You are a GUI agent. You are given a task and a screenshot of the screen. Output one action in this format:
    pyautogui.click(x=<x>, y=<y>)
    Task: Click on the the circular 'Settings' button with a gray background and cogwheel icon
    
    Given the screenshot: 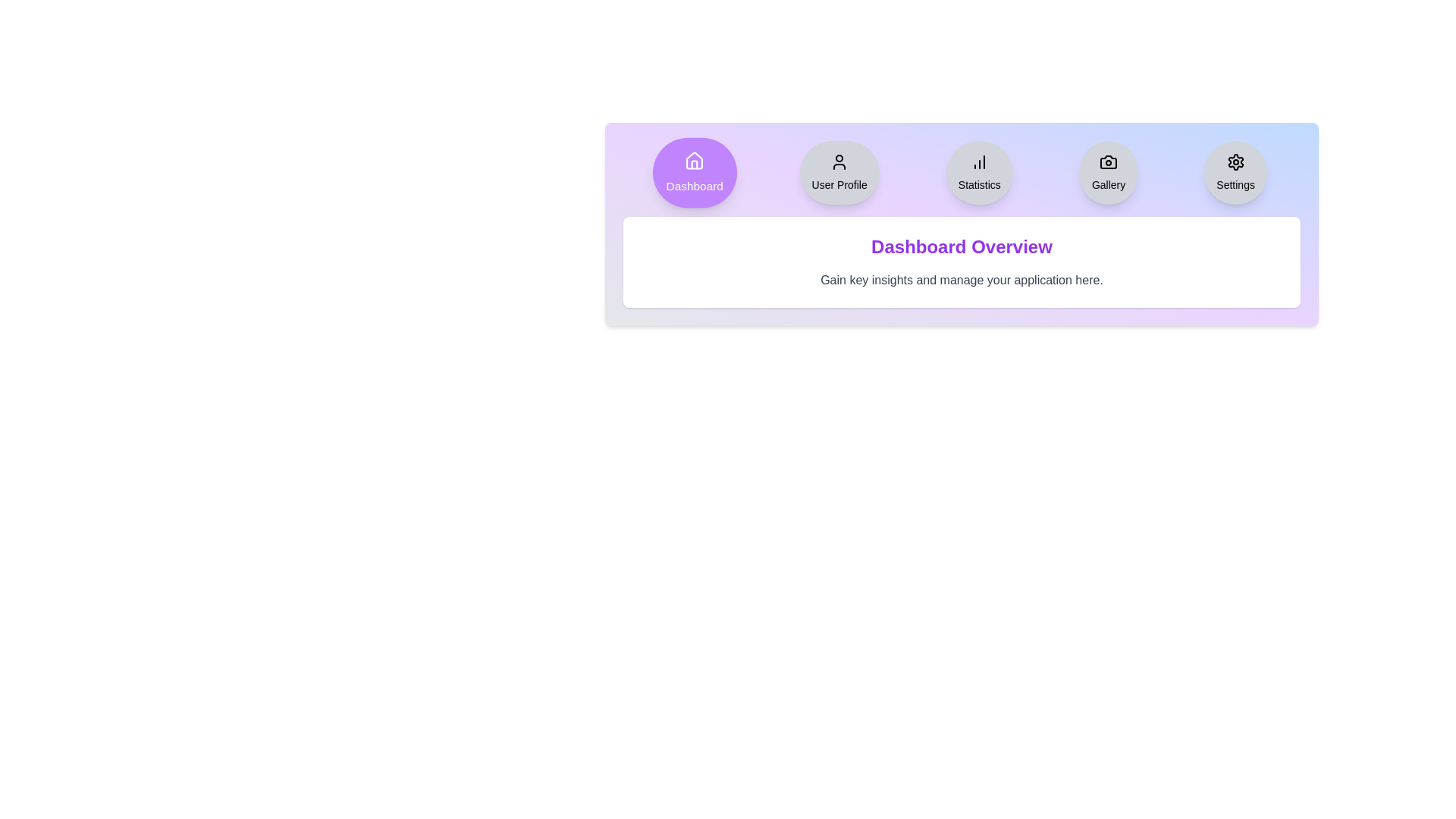 What is the action you would take?
    pyautogui.click(x=1235, y=171)
    